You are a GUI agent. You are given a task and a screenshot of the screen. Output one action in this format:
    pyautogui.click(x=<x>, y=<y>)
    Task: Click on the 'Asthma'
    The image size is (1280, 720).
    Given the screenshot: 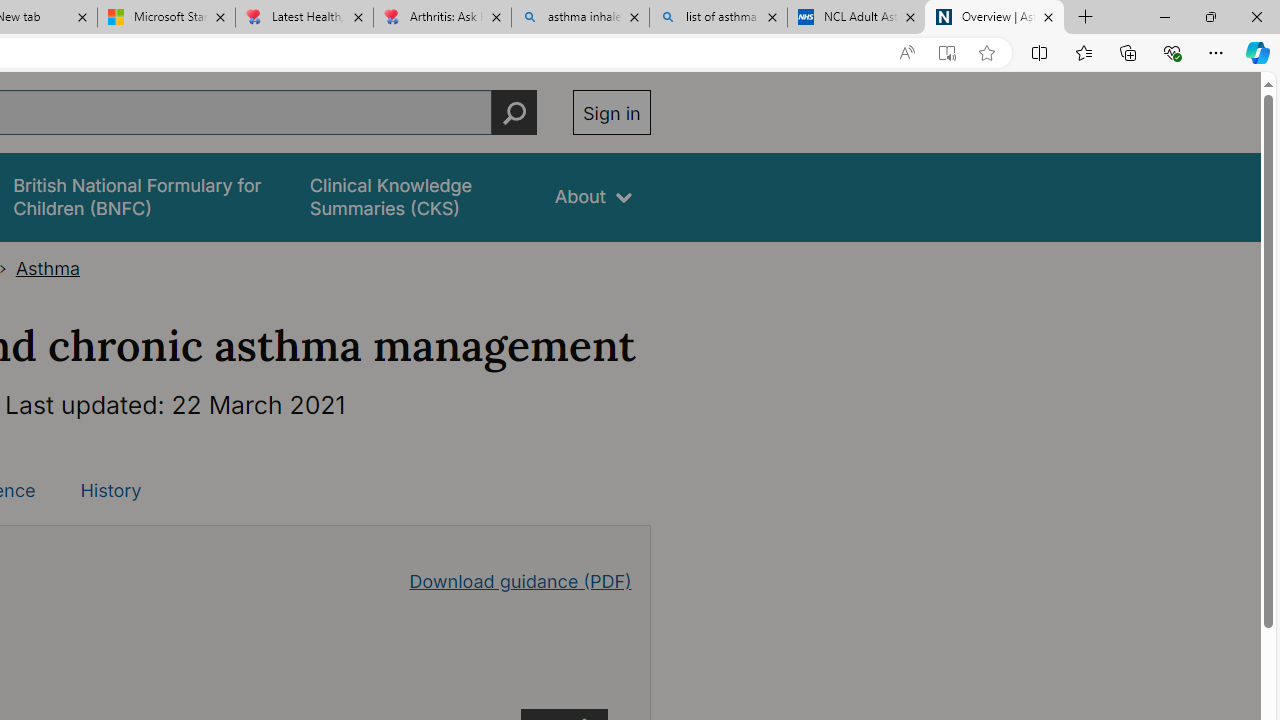 What is the action you would take?
    pyautogui.click(x=48, y=268)
    